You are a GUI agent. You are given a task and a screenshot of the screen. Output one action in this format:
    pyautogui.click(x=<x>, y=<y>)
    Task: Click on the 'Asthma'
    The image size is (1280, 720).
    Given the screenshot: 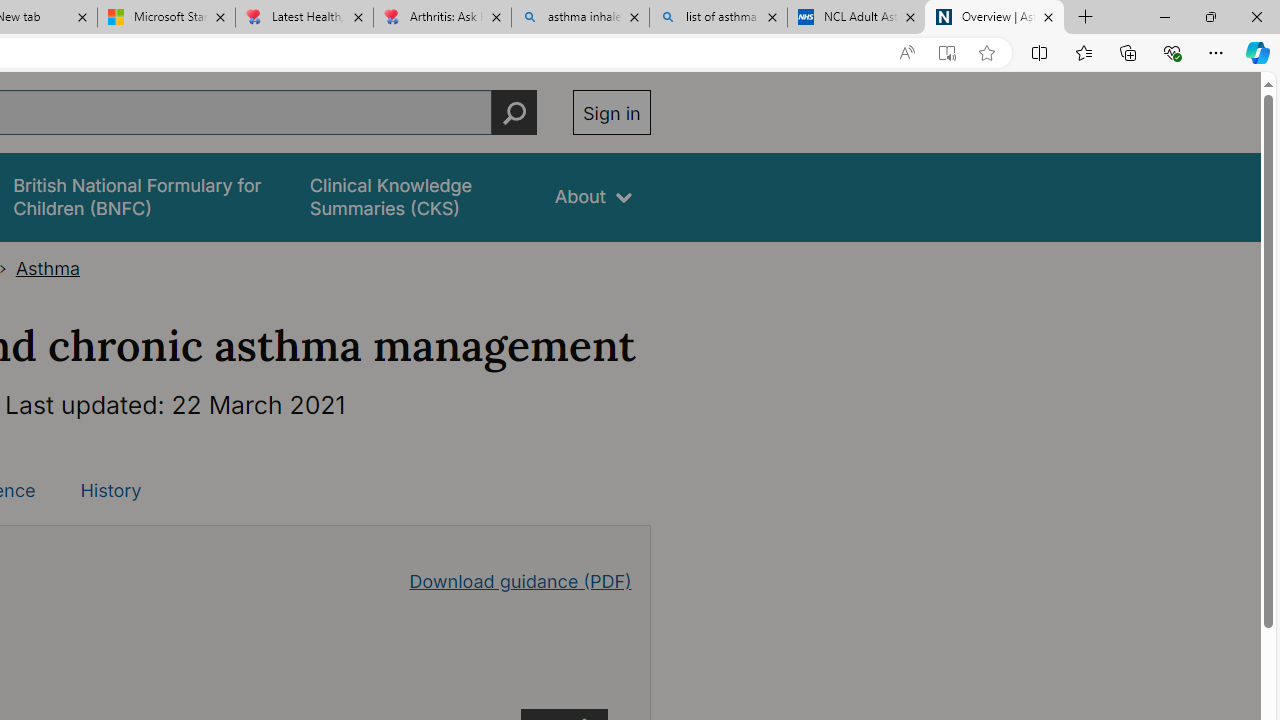 What is the action you would take?
    pyautogui.click(x=48, y=268)
    